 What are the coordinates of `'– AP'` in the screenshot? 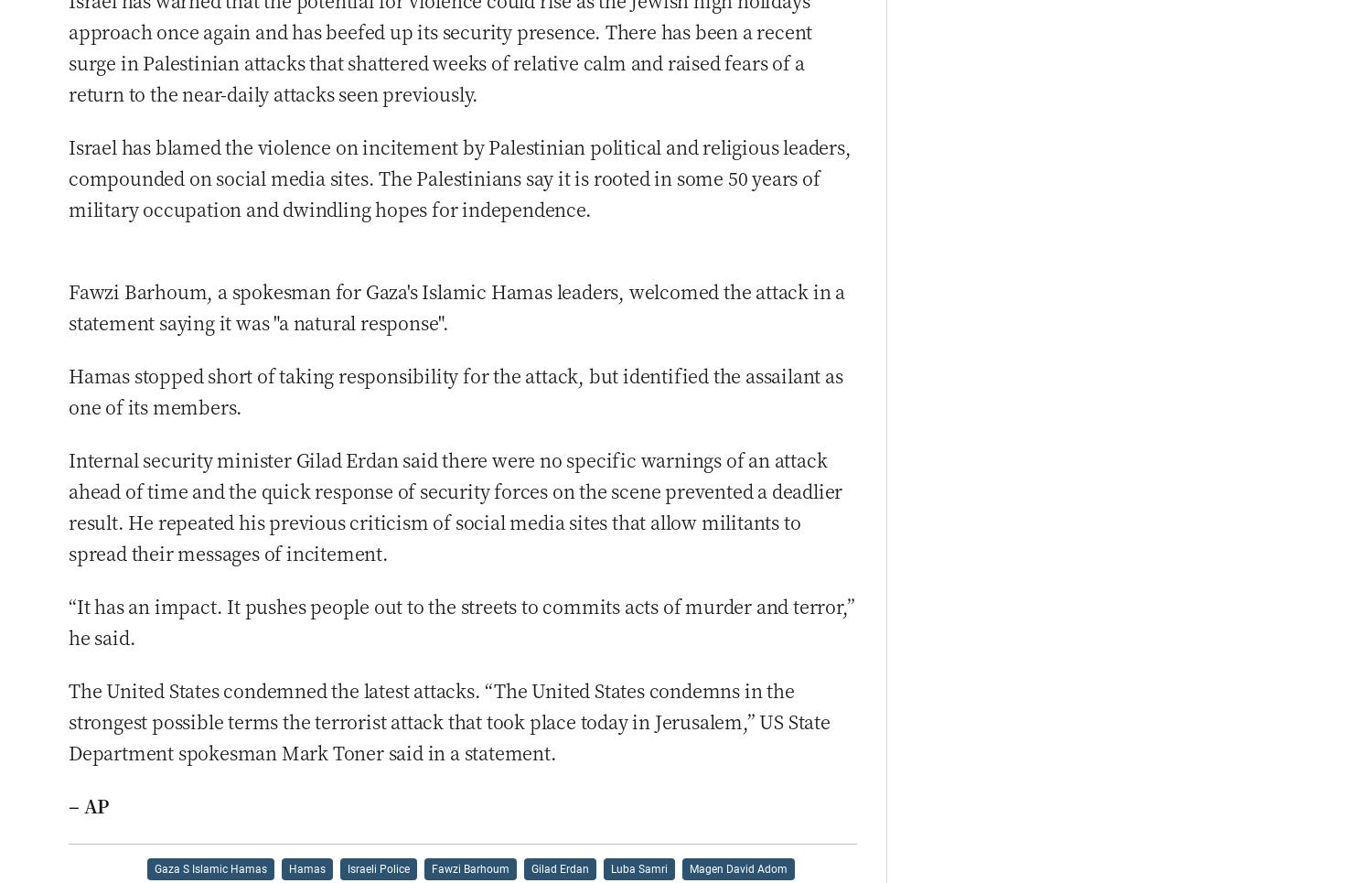 It's located at (88, 805).